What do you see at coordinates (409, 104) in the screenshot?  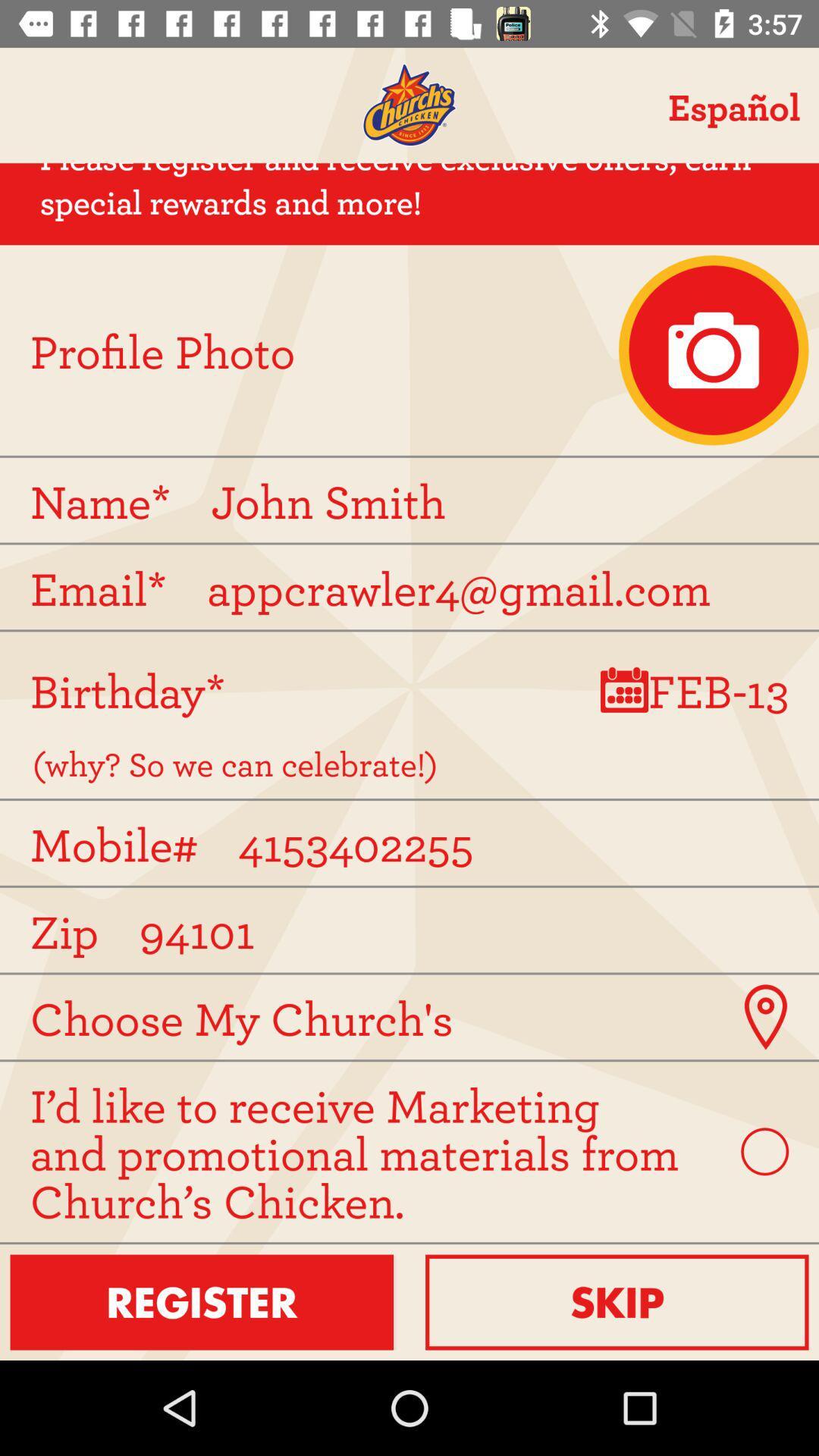 I see `home screen for church 's chicken` at bounding box center [409, 104].